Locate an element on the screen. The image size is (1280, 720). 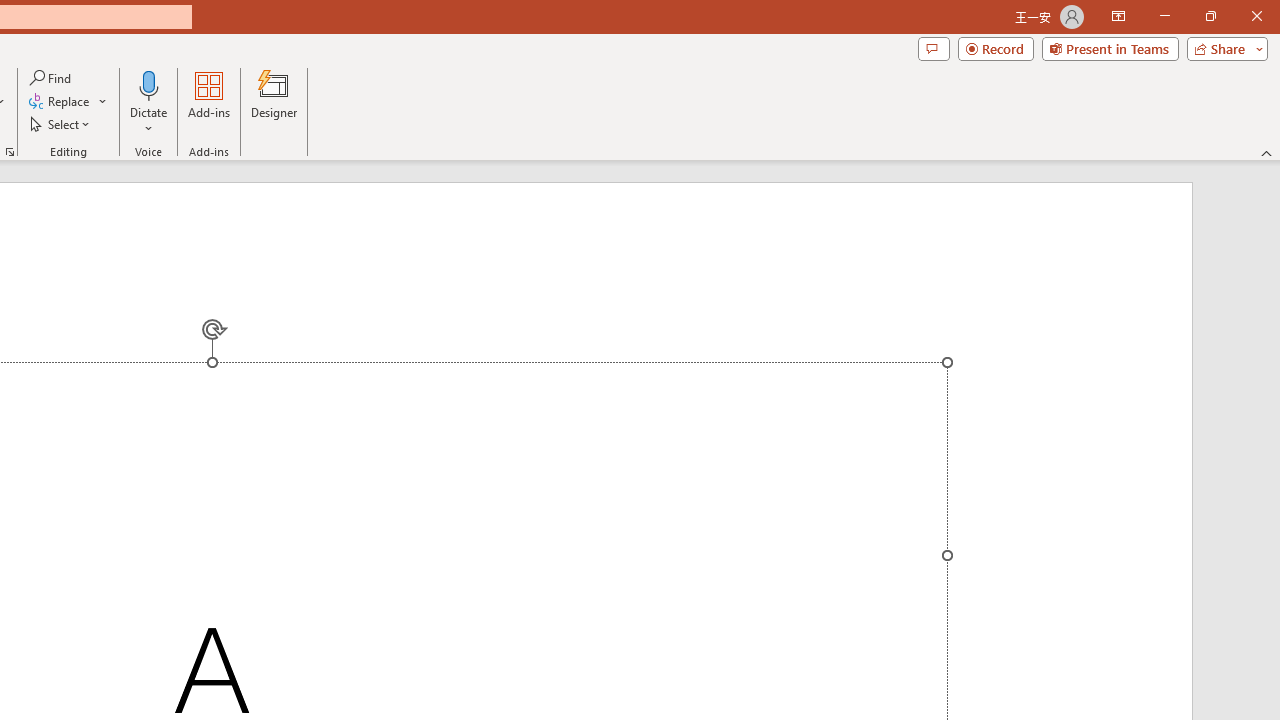
'Present in Teams' is located at coordinates (1109, 47).